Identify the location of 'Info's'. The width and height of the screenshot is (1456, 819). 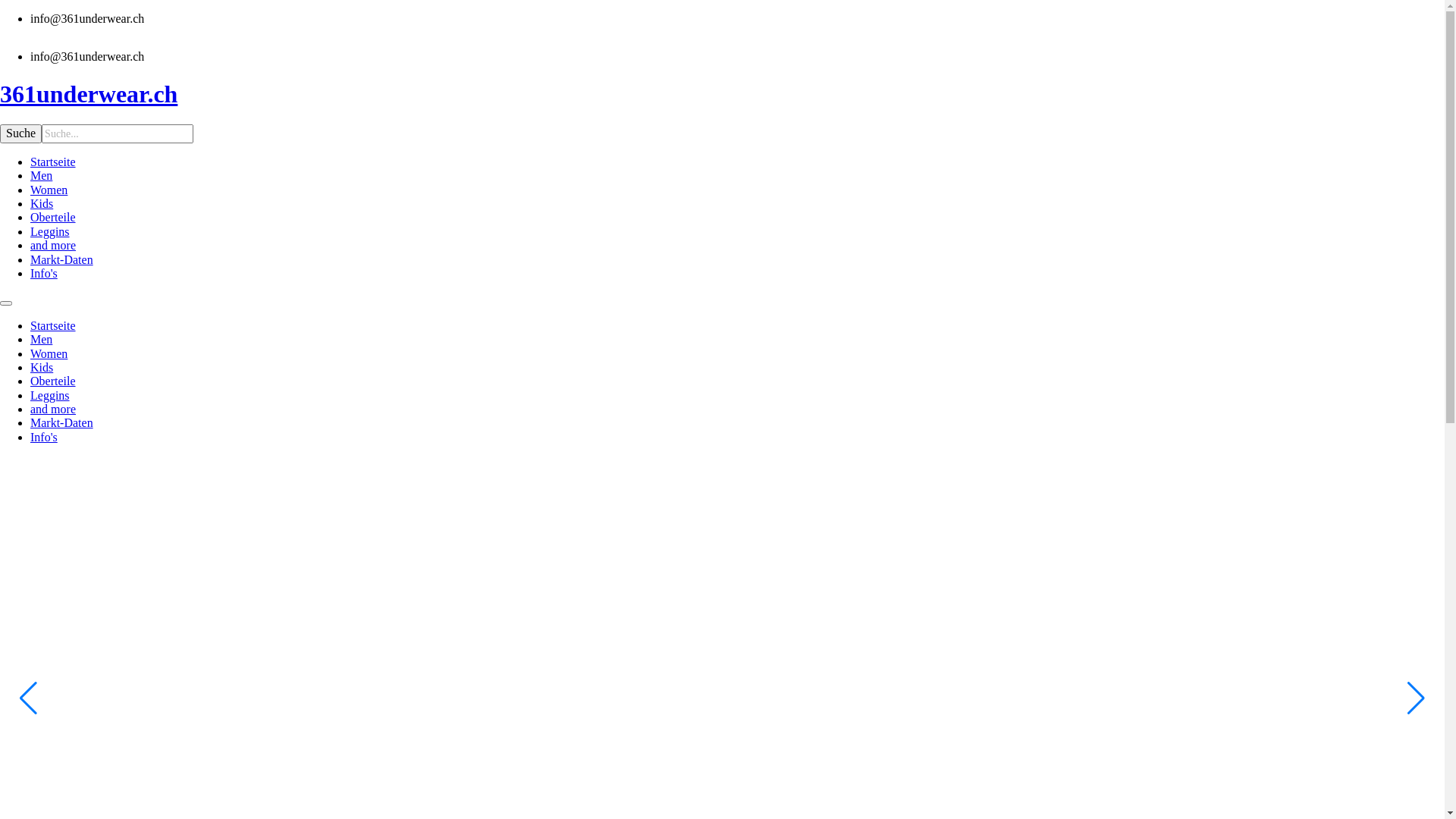
(30, 437).